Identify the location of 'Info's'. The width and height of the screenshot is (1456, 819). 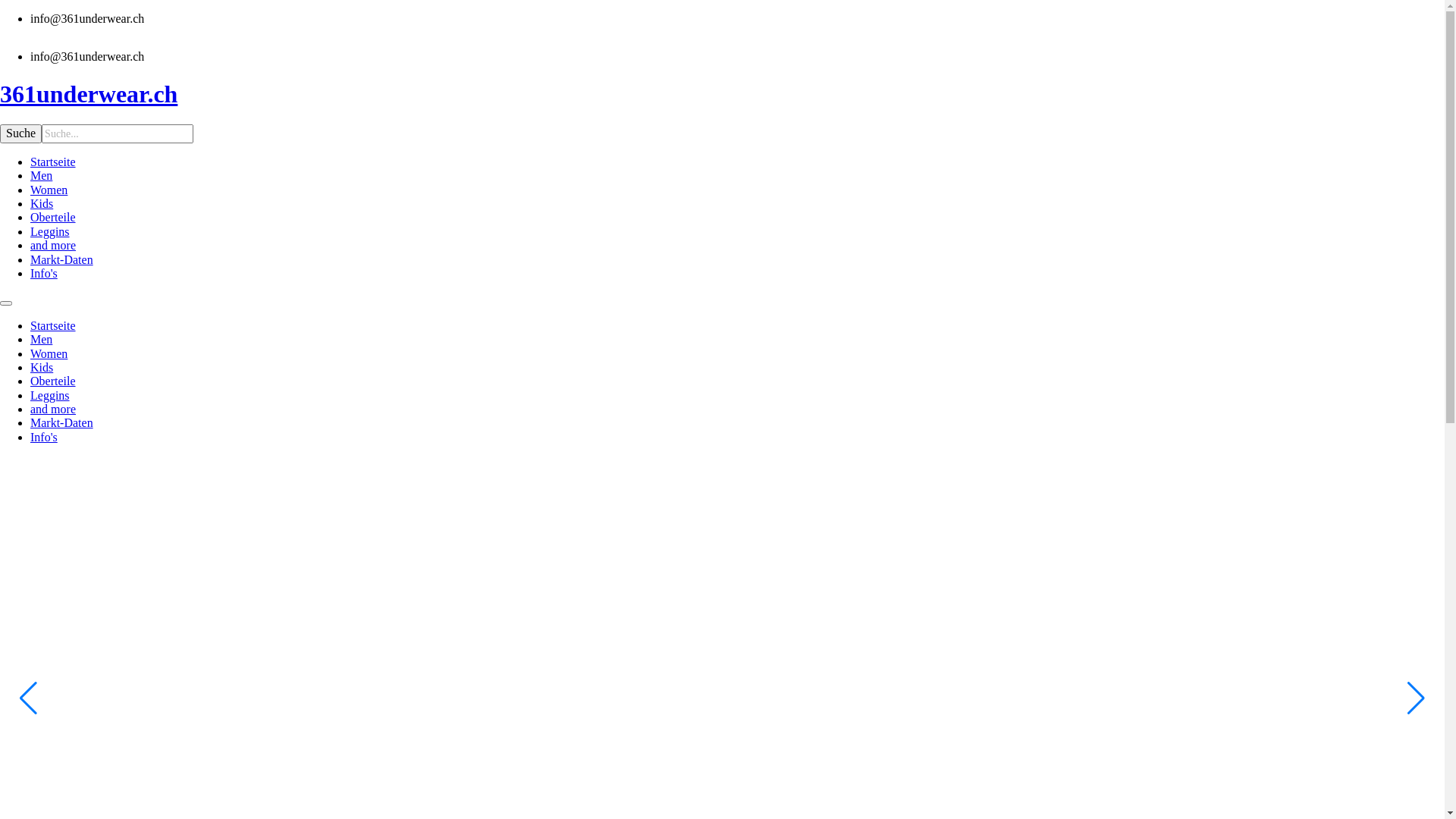
(30, 437).